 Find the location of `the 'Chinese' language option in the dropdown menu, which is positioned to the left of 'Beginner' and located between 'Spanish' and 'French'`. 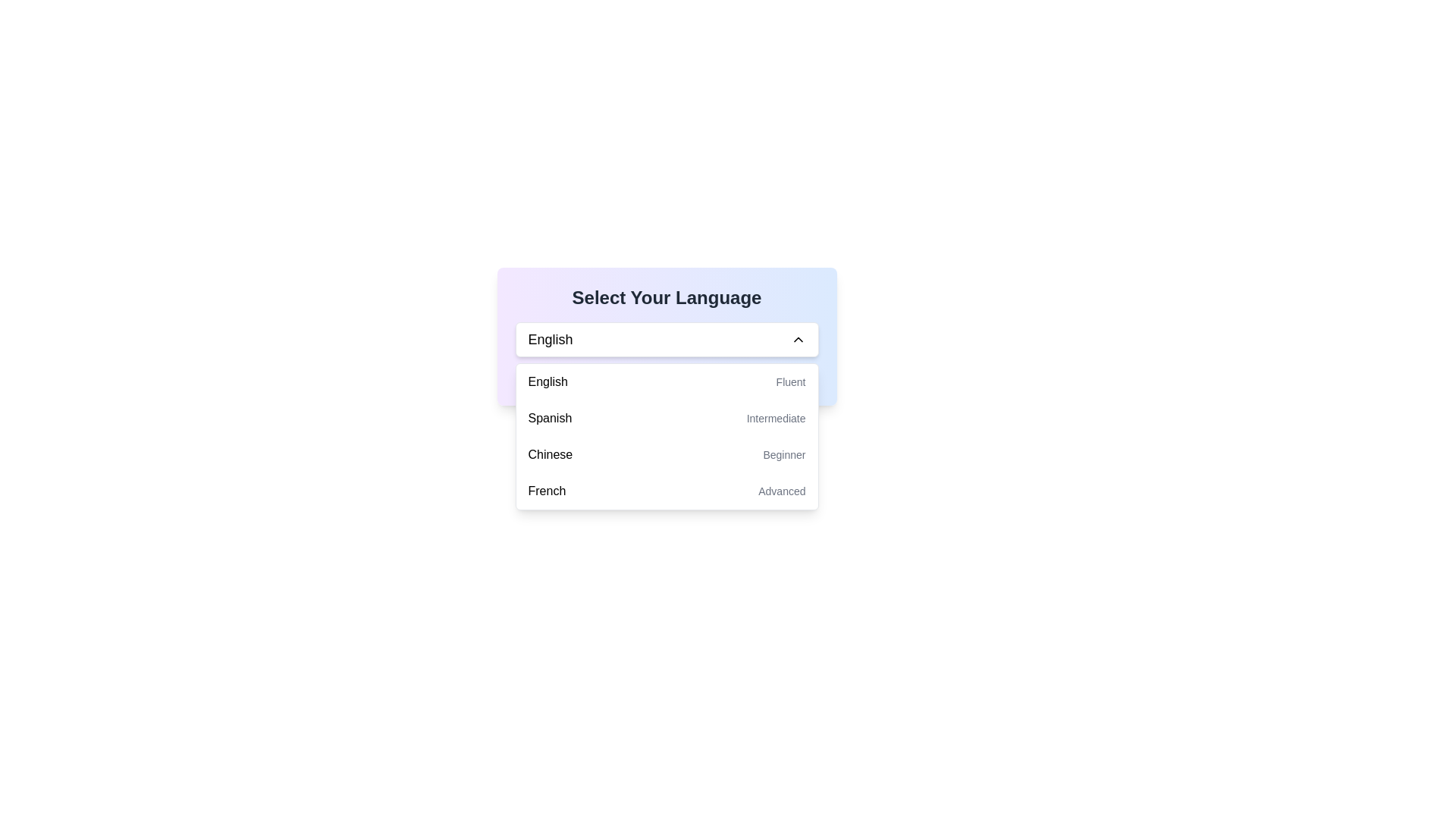

the 'Chinese' language option in the dropdown menu, which is positioned to the left of 'Beginner' and located between 'Spanish' and 'French' is located at coordinates (549, 454).